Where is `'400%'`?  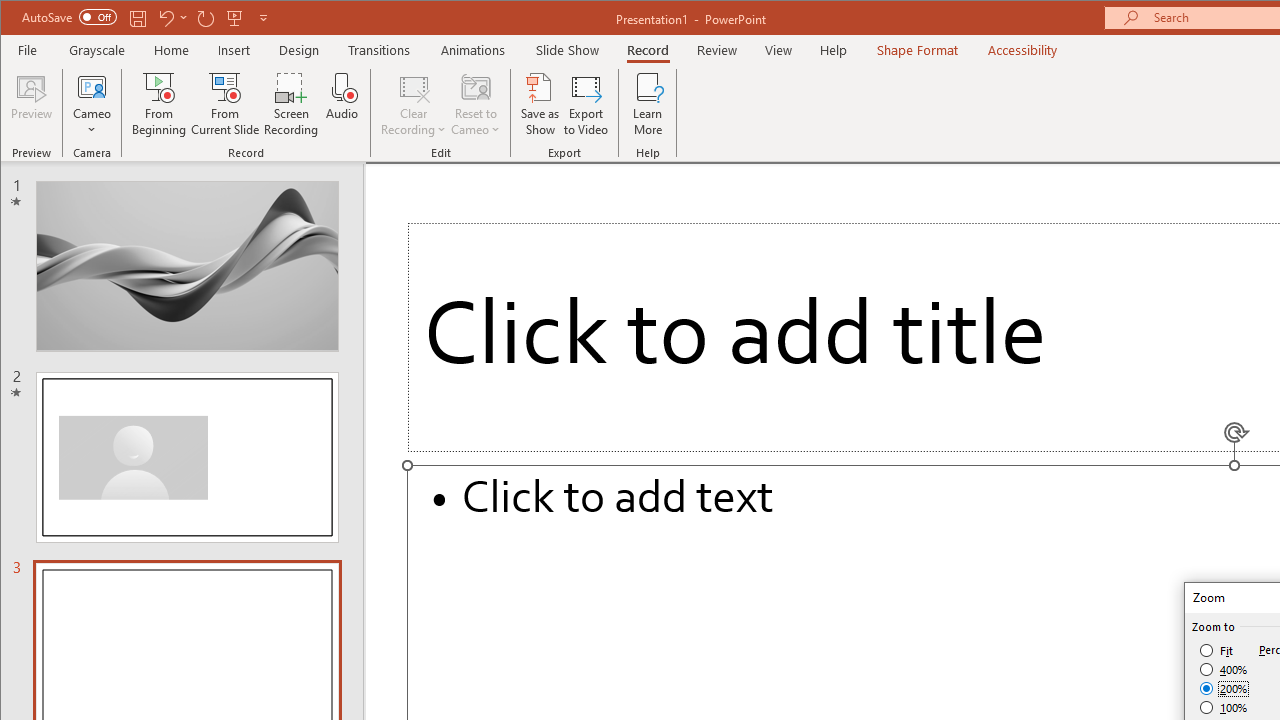
'400%' is located at coordinates (1223, 669).